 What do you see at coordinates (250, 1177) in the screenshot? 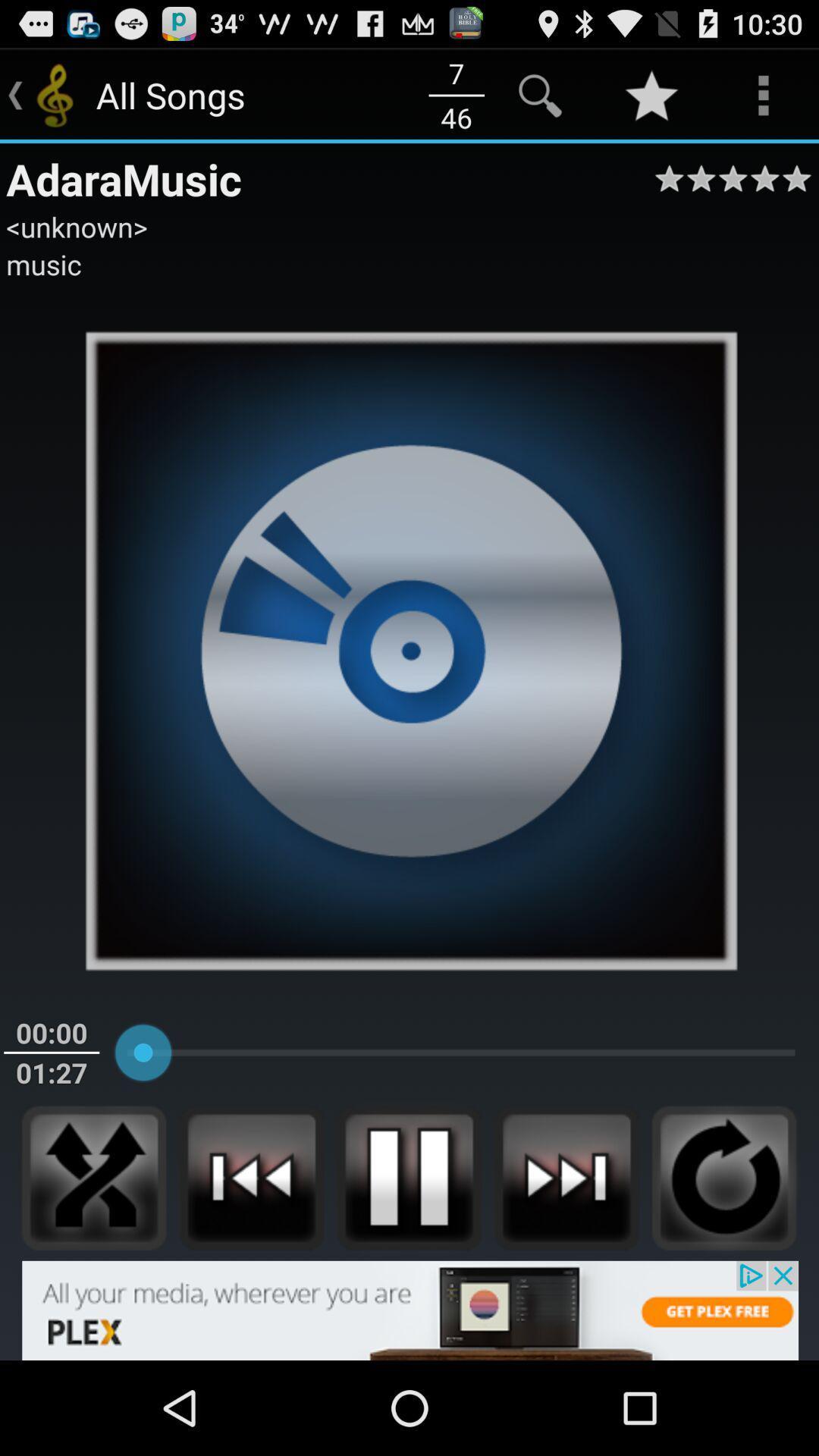
I see `the video and music player with customizable space` at bounding box center [250, 1177].